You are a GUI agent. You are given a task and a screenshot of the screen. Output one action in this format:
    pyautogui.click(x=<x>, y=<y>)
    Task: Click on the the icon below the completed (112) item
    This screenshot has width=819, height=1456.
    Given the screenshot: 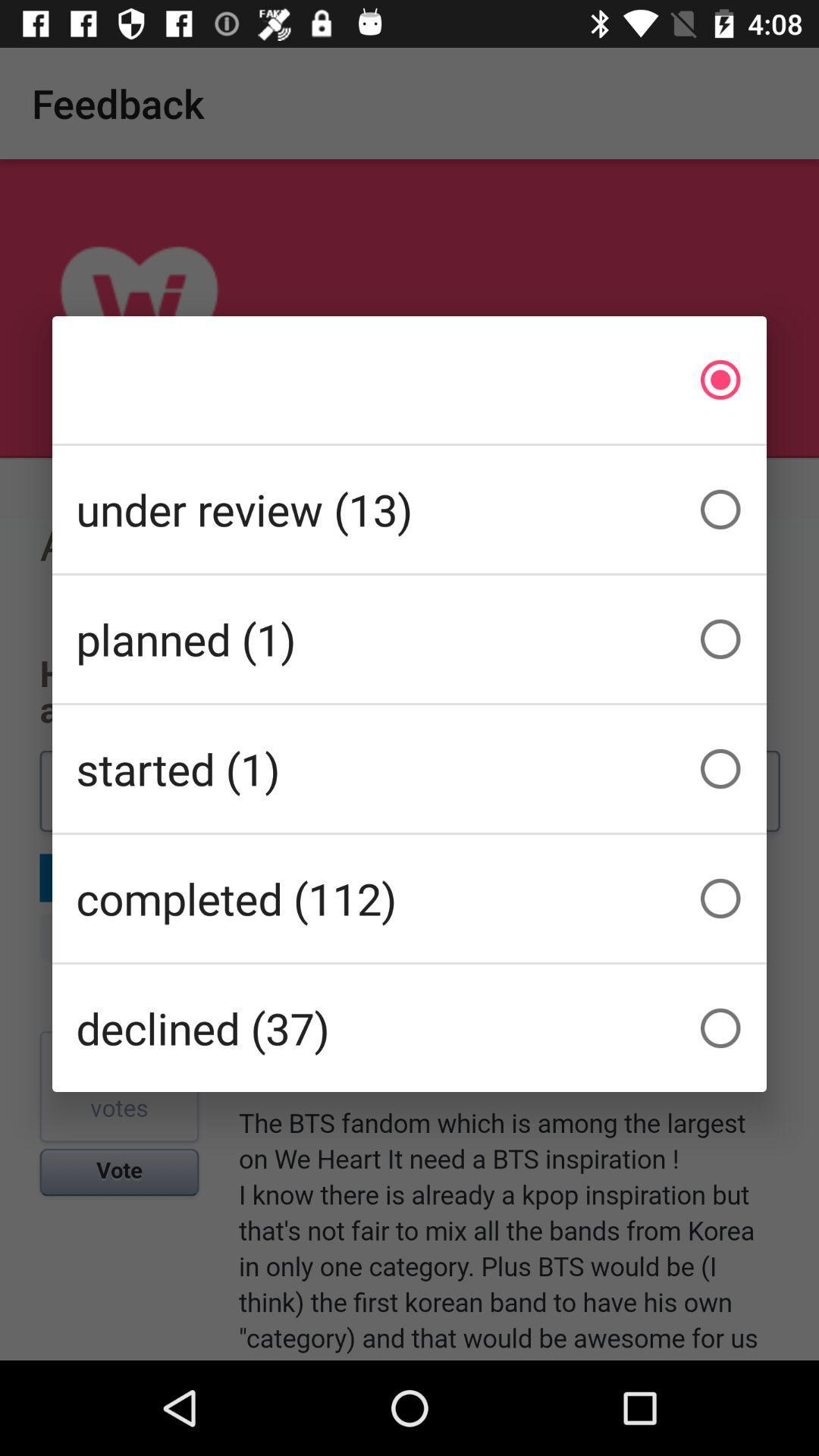 What is the action you would take?
    pyautogui.click(x=409, y=1028)
    